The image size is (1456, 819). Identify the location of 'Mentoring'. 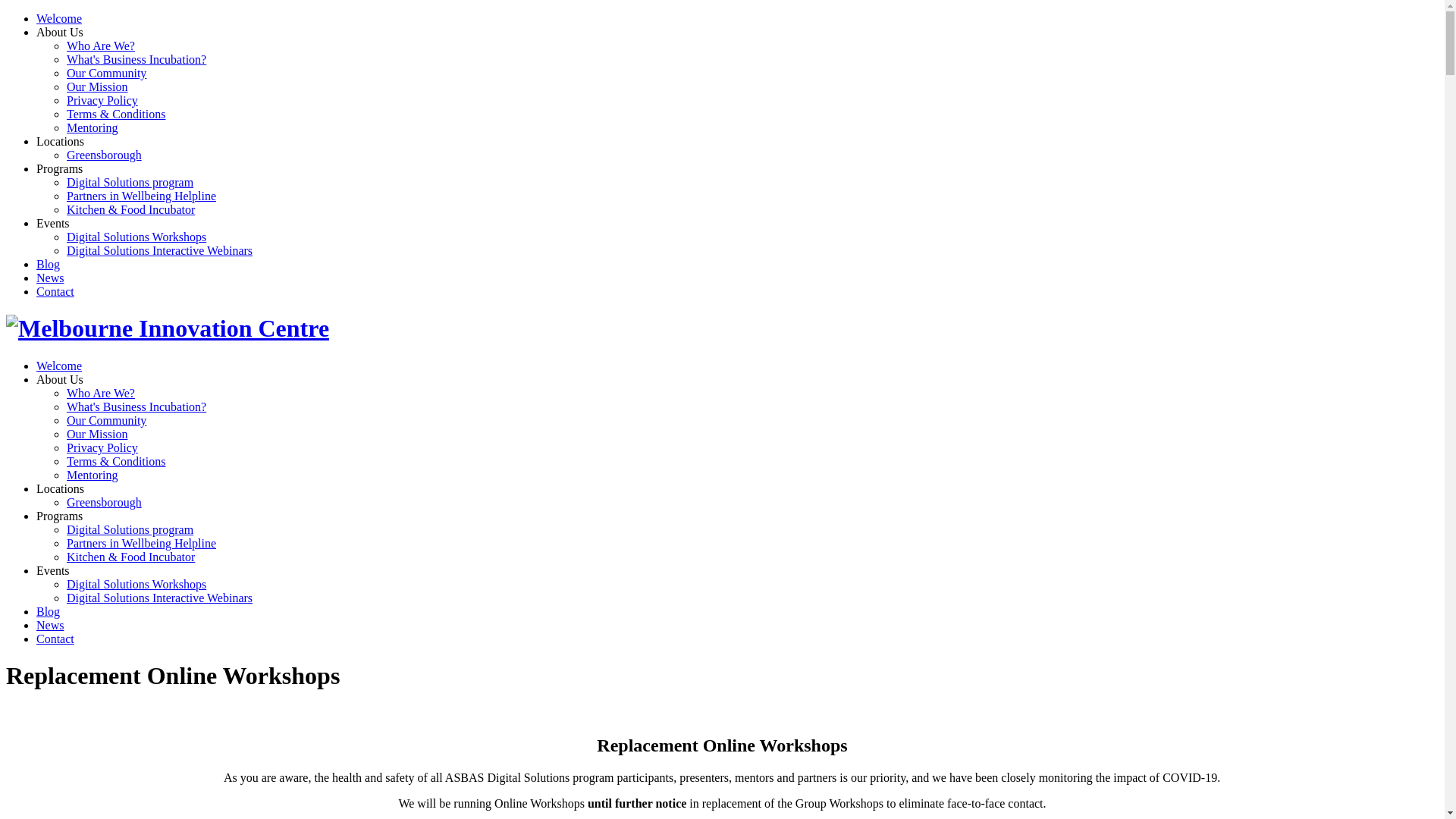
(91, 474).